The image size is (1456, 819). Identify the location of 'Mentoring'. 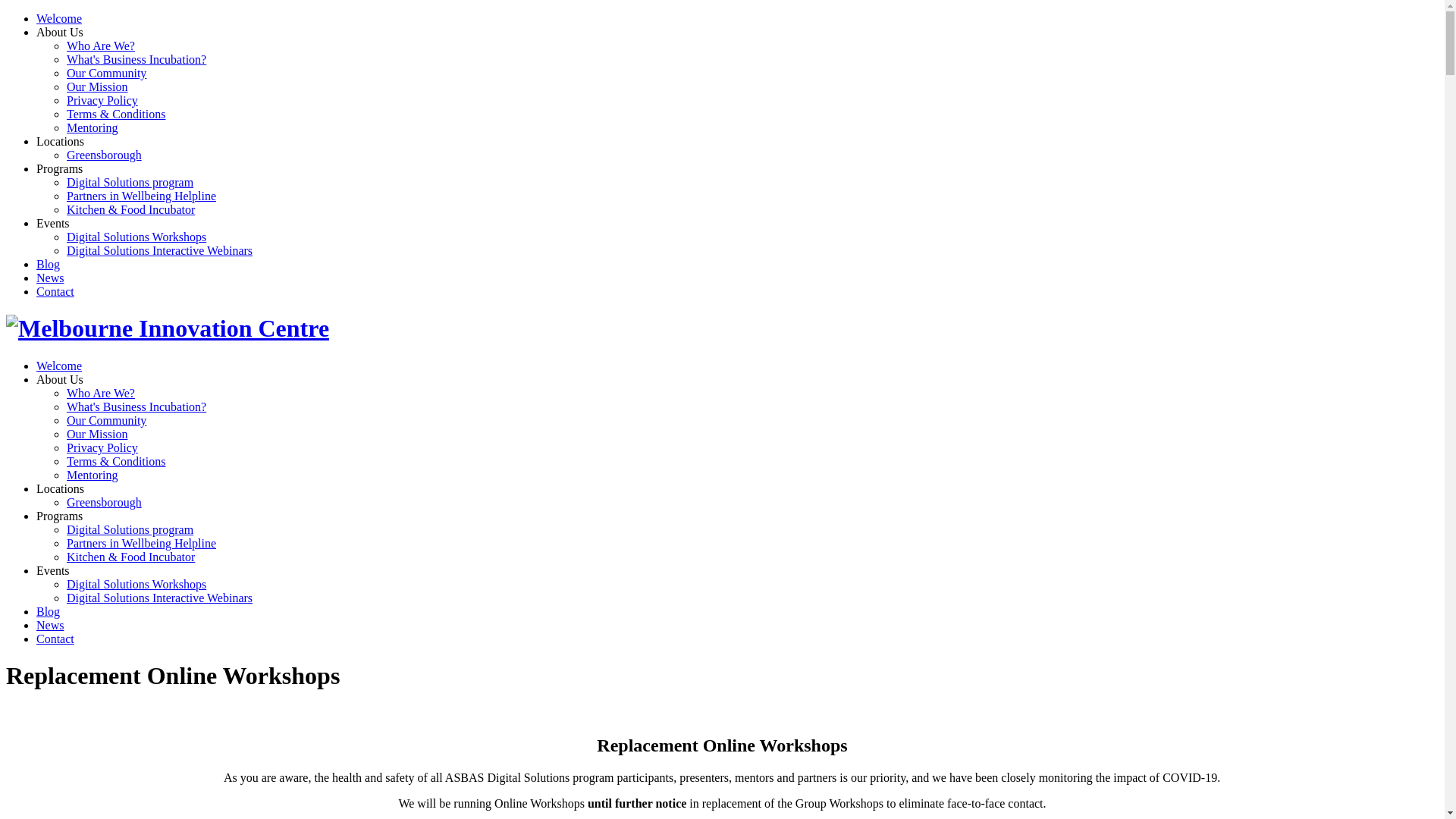
(91, 474).